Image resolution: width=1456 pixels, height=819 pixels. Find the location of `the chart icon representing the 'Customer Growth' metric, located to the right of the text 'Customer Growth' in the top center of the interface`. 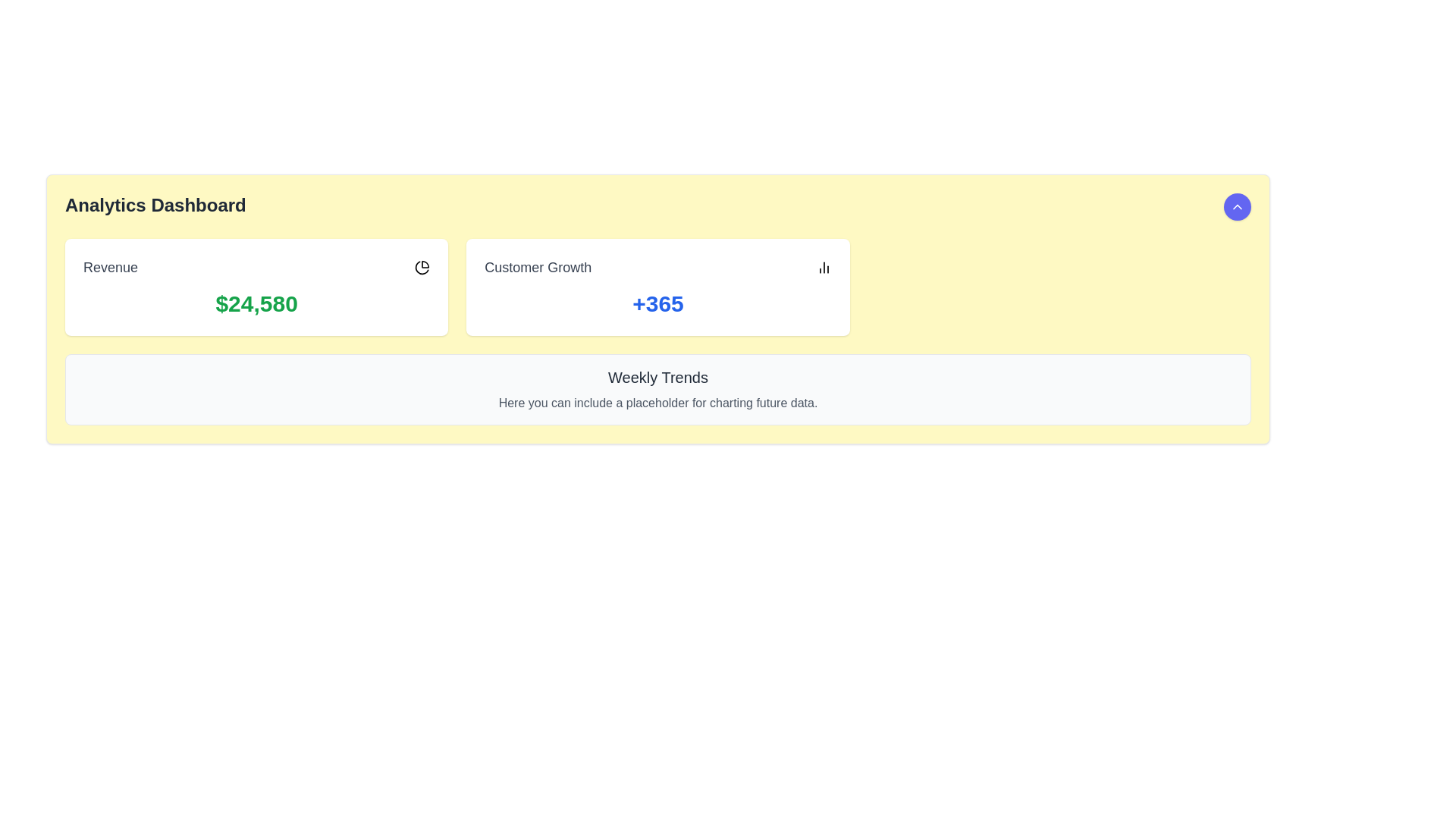

the chart icon representing the 'Customer Growth' metric, located to the right of the text 'Customer Growth' in the top center of the interface is located at coordinates (823, 267).